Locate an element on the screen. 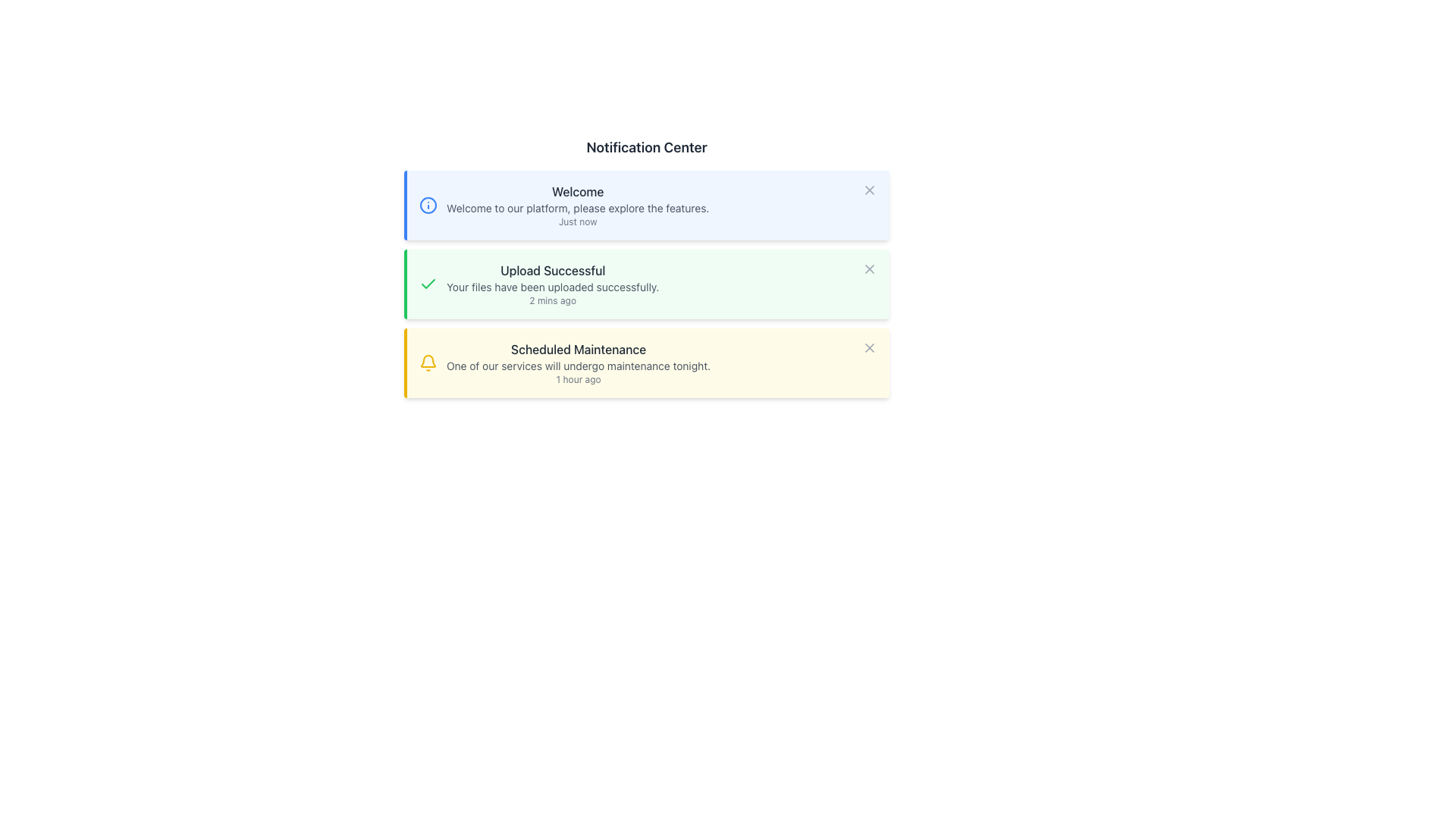  the text label indicating the time elapsed since the notification titled 'Scheduled Maintenance', which is positioned below the notification description is located at coordinates (578, 379).